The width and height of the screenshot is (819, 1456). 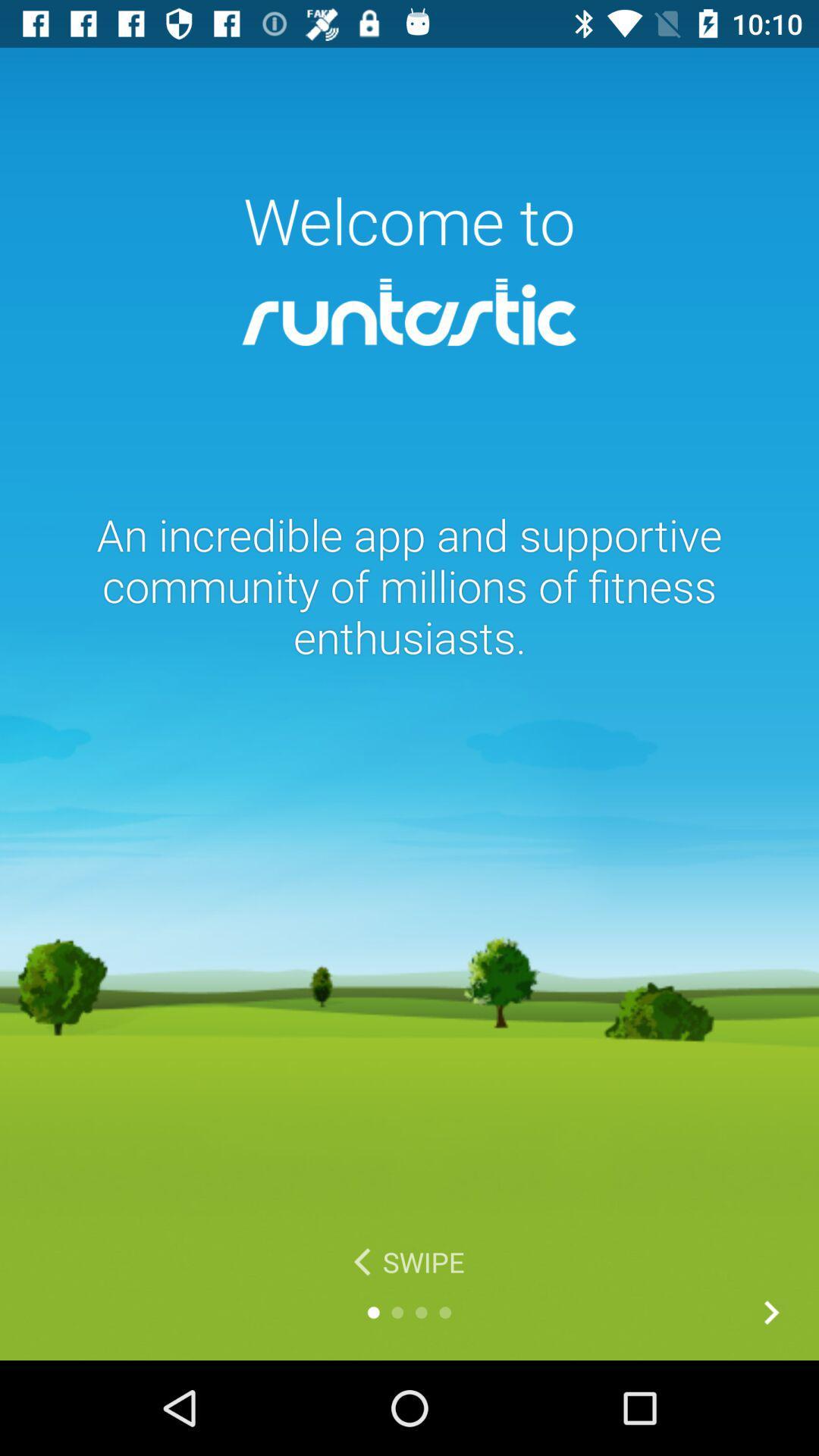 I want to click on the arrow_forward icon, so click(x=771, y=1312).